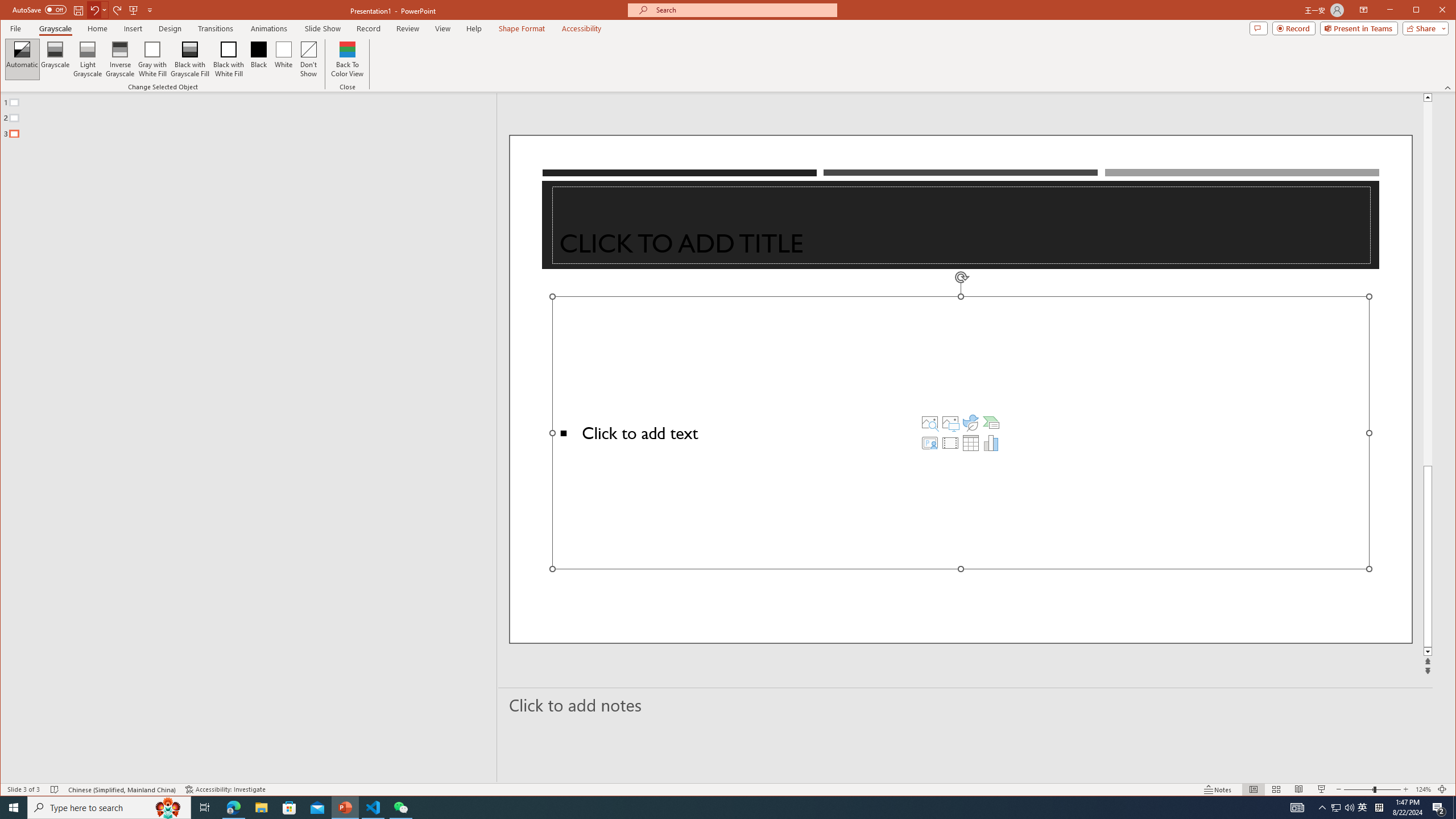 The image size is (1456, 819). Describe the element at coordinates (308, 59) in the screenshot. I see `'Don'` at that location.